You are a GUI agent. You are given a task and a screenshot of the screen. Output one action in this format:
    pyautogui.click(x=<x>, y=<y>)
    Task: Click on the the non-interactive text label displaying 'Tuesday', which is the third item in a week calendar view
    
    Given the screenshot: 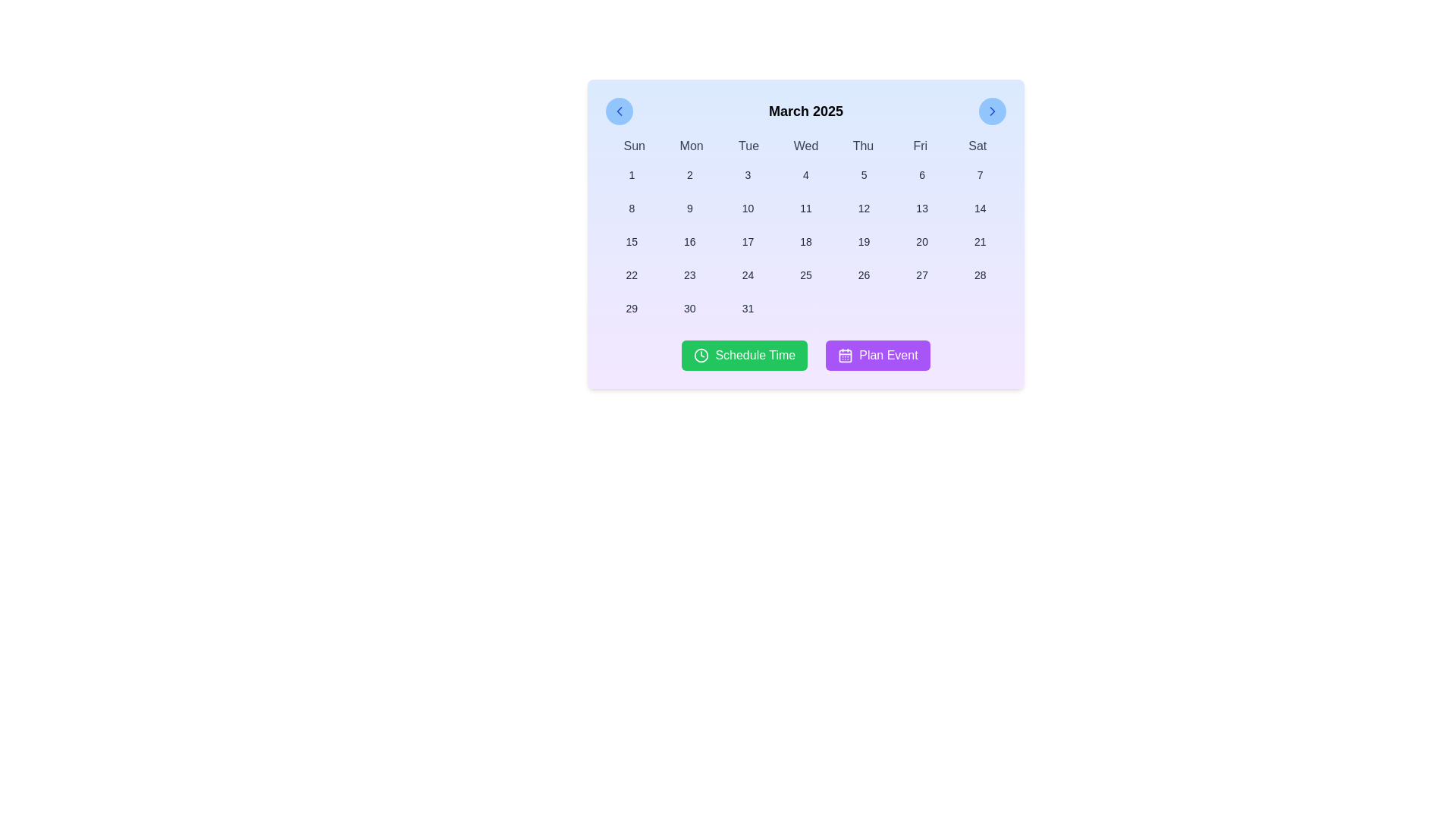 What is the action you would take?
    pyautogui.click(x=748, y=146)
    